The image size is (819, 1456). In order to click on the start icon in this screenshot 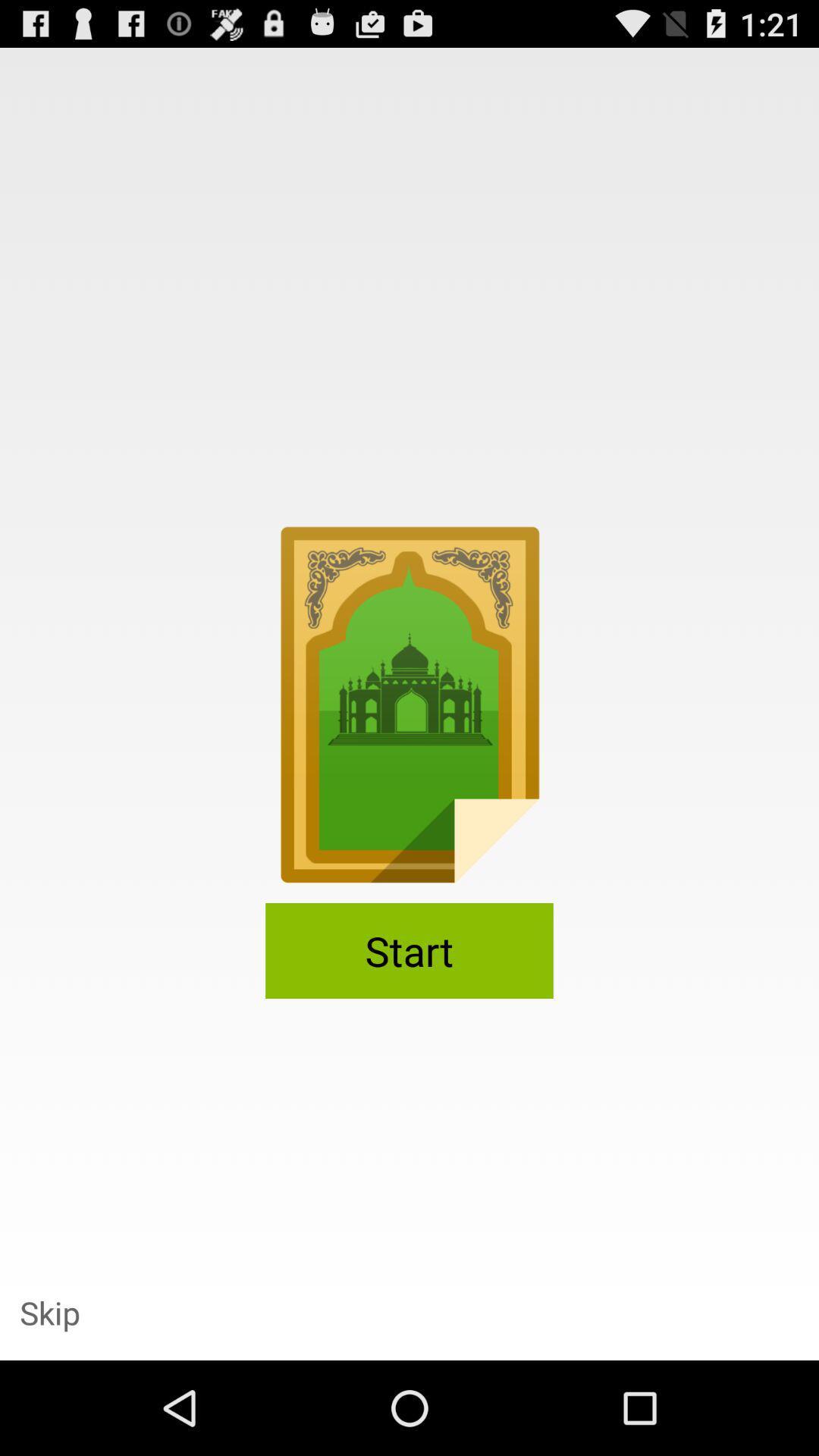, I will do `click(409, 949)`.